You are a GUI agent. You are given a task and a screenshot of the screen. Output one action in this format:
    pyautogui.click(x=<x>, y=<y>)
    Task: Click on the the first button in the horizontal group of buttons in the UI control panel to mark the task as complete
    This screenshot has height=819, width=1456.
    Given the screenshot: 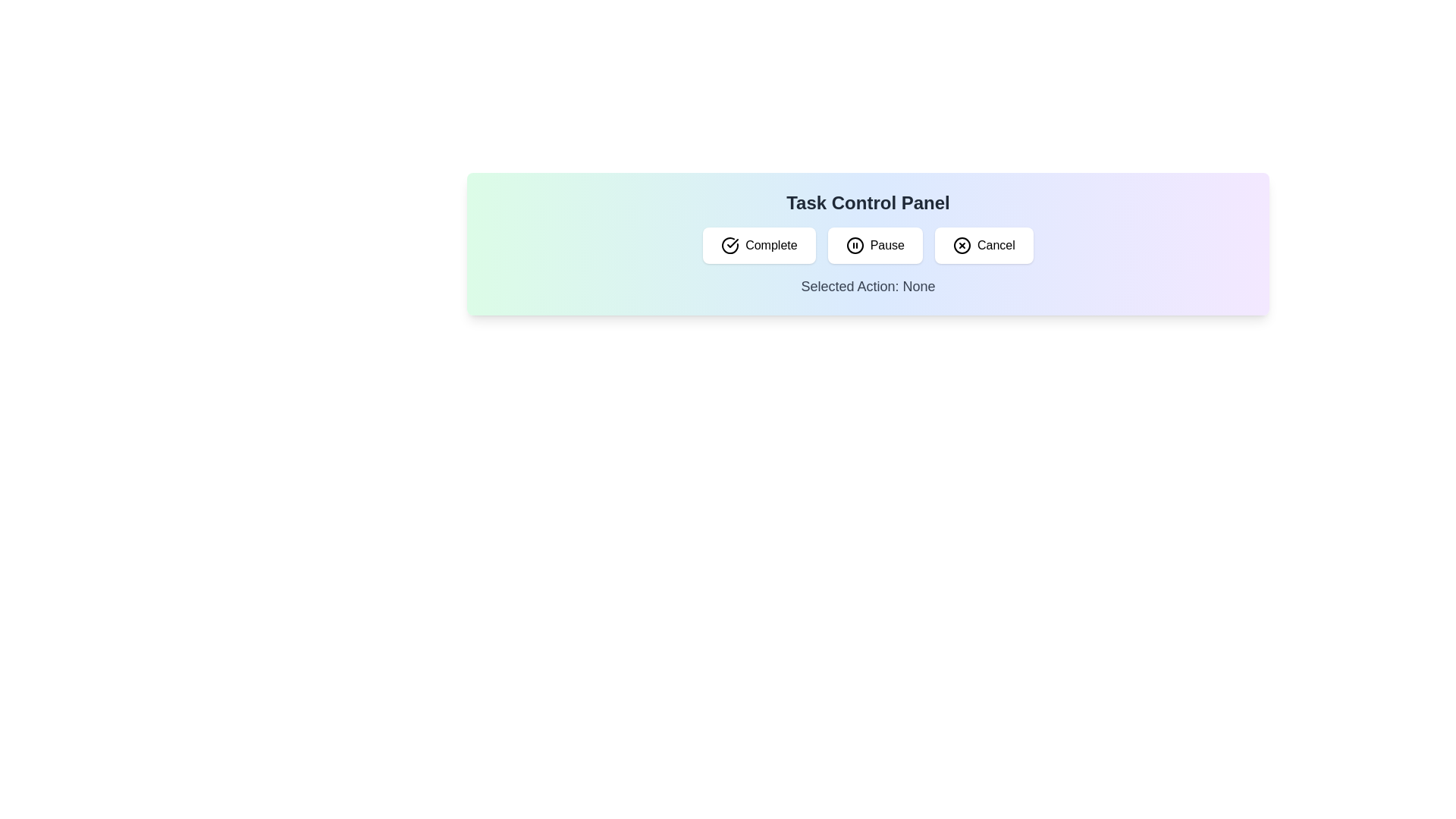 What is the action you would take?
    pyautogui.click(x=759, y=245)
    